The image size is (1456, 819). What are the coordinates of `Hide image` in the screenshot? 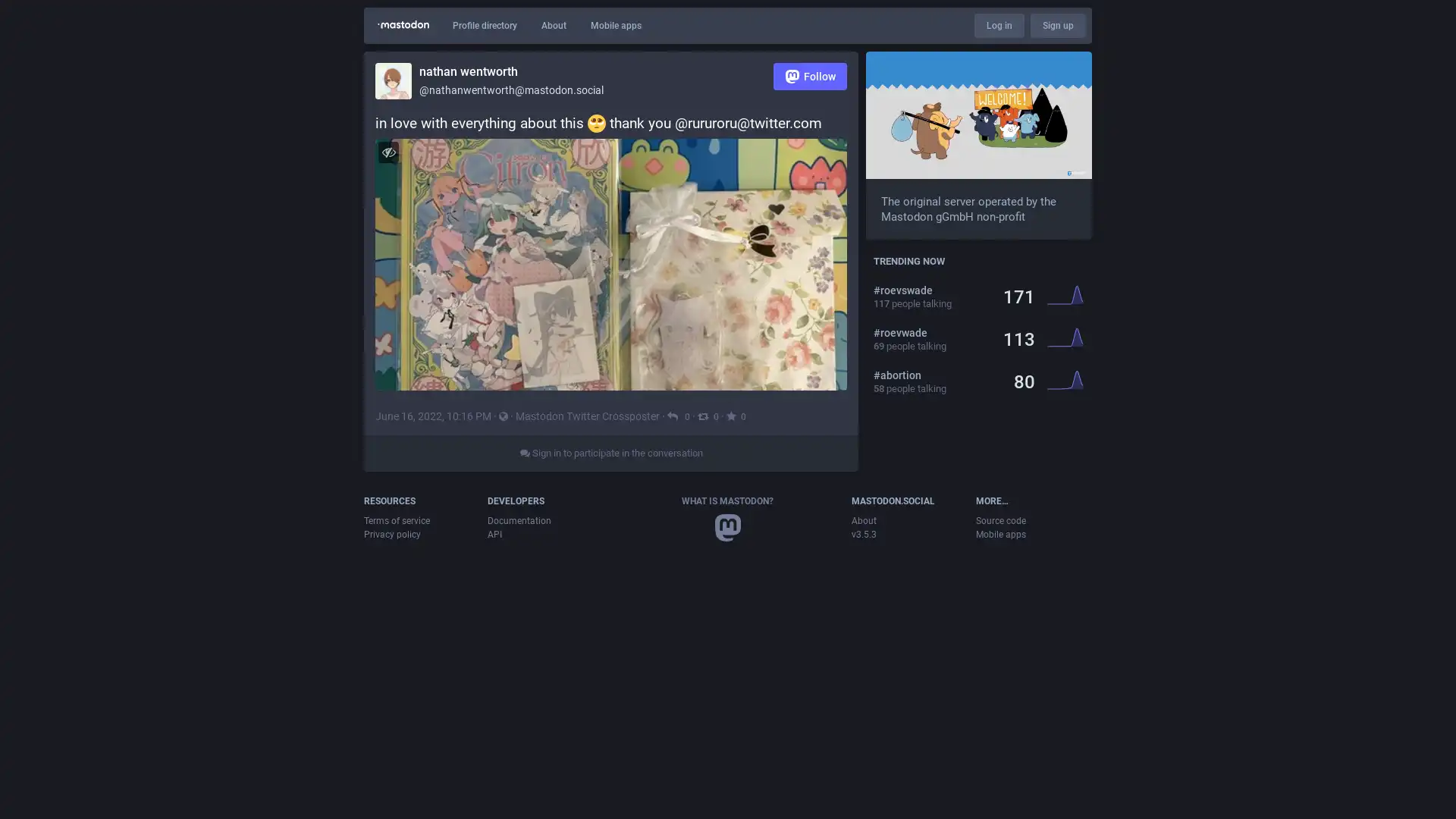 It's located at (388, 152).